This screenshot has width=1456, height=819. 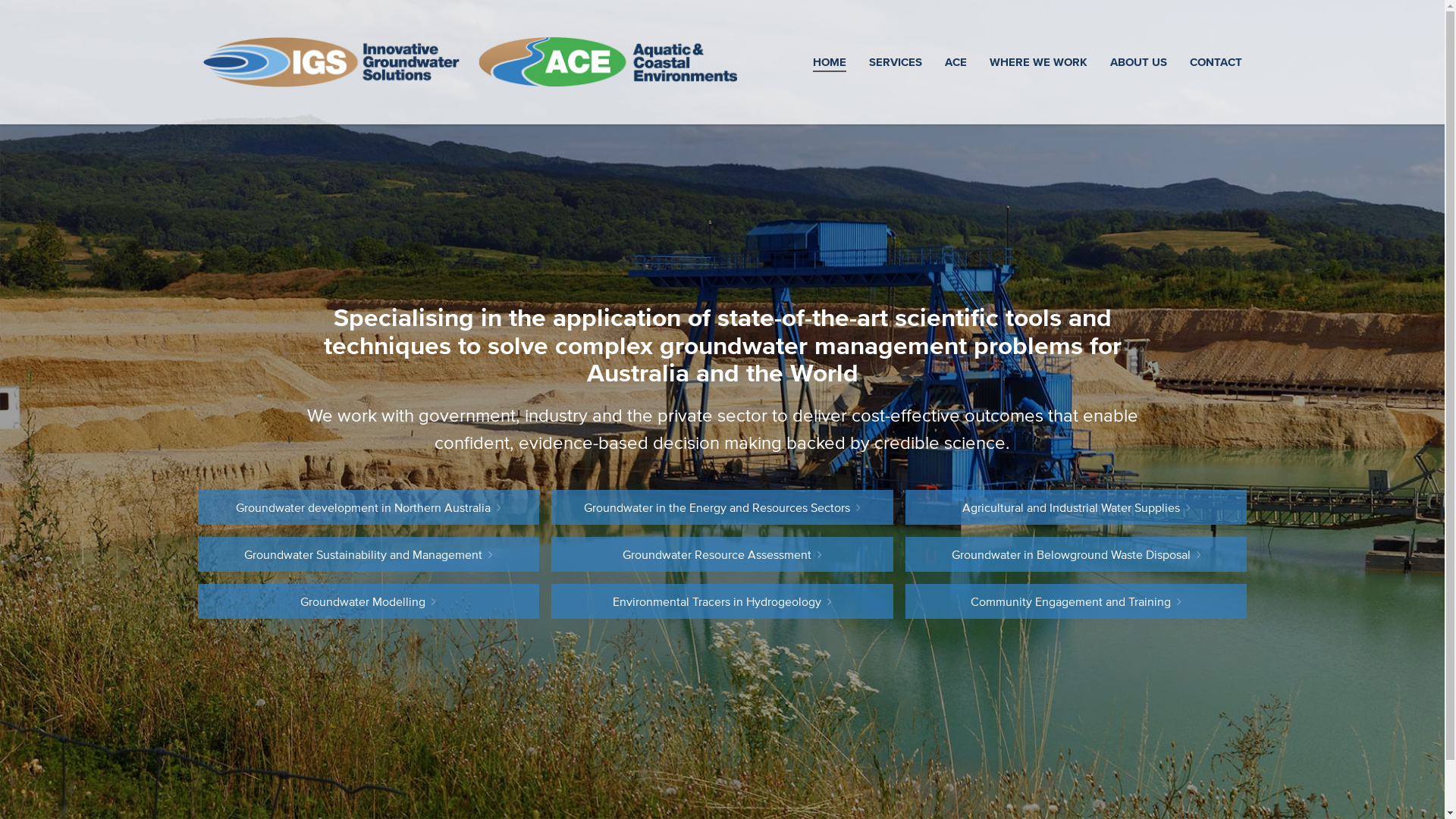 What do you see at coordinates (368, 507) in the screenshot?
I see `'Groundwater development in Northern Australia  '` at bounding box center [368, 507].